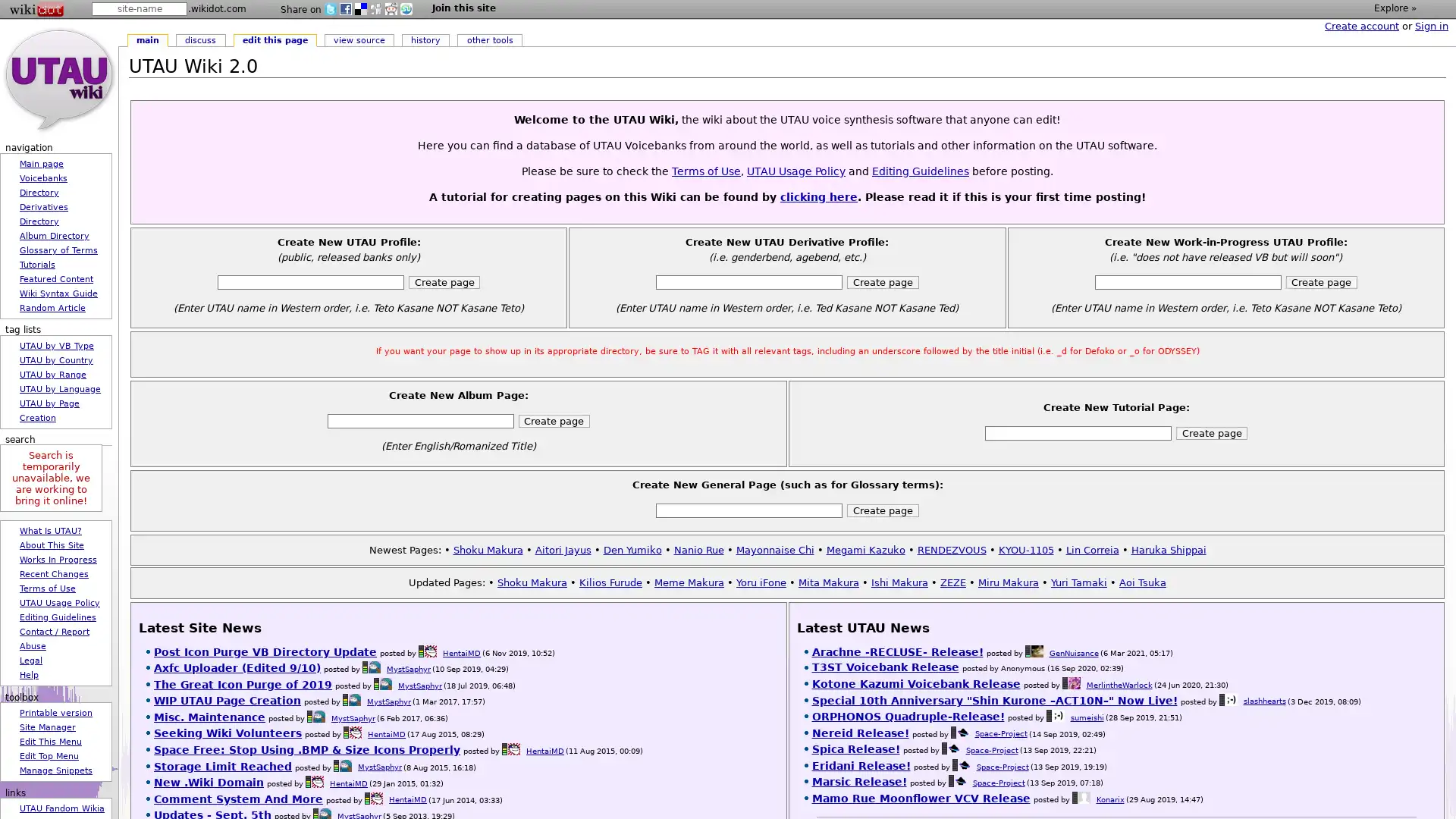 This screenshot has width=1456, height=819. Describe the element at coordinates (882, 282) in the screenshot. I see `Create page` at that location.